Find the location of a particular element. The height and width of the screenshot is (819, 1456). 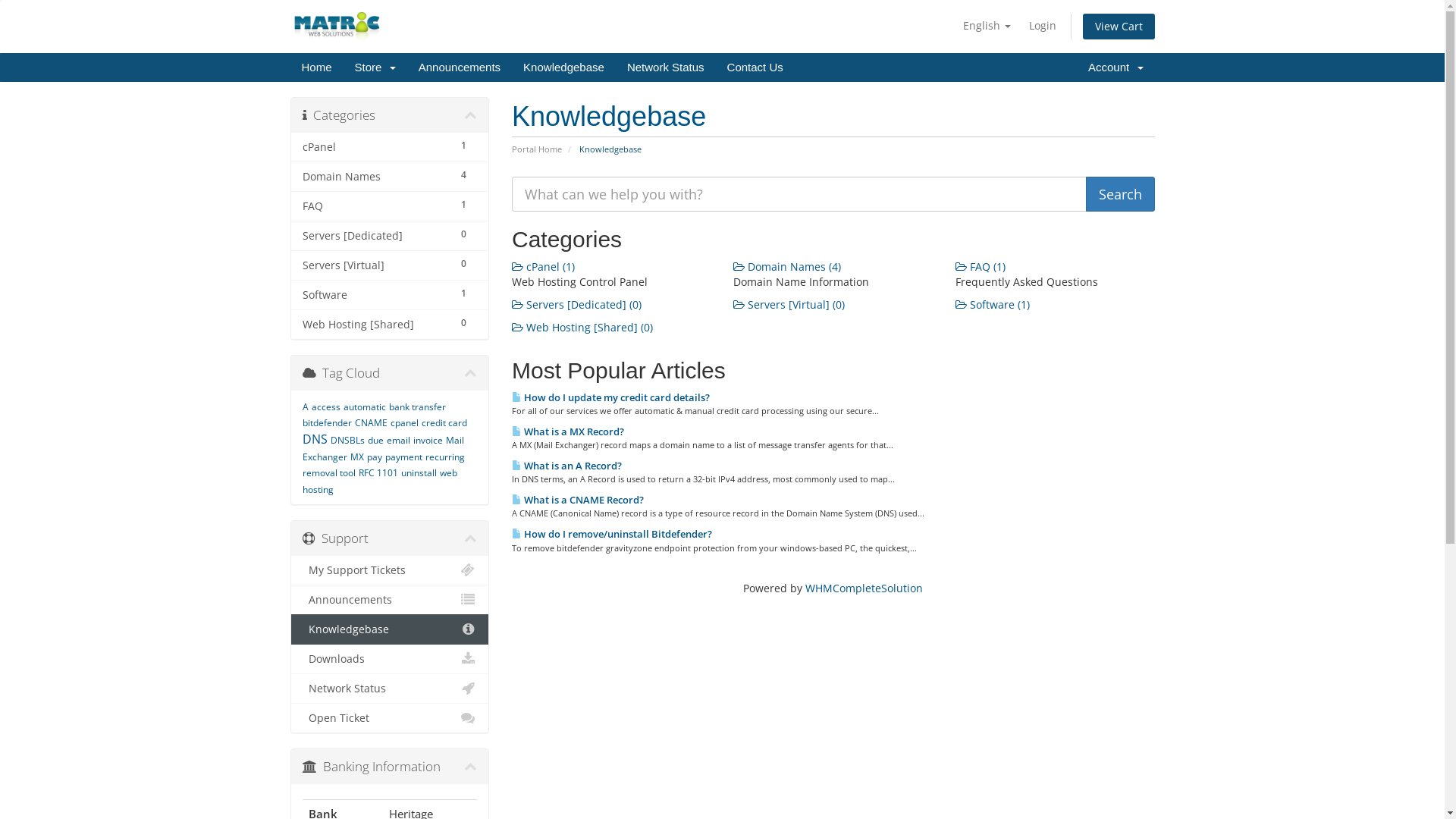

'Network Status' is located at coordinates (615, 66).